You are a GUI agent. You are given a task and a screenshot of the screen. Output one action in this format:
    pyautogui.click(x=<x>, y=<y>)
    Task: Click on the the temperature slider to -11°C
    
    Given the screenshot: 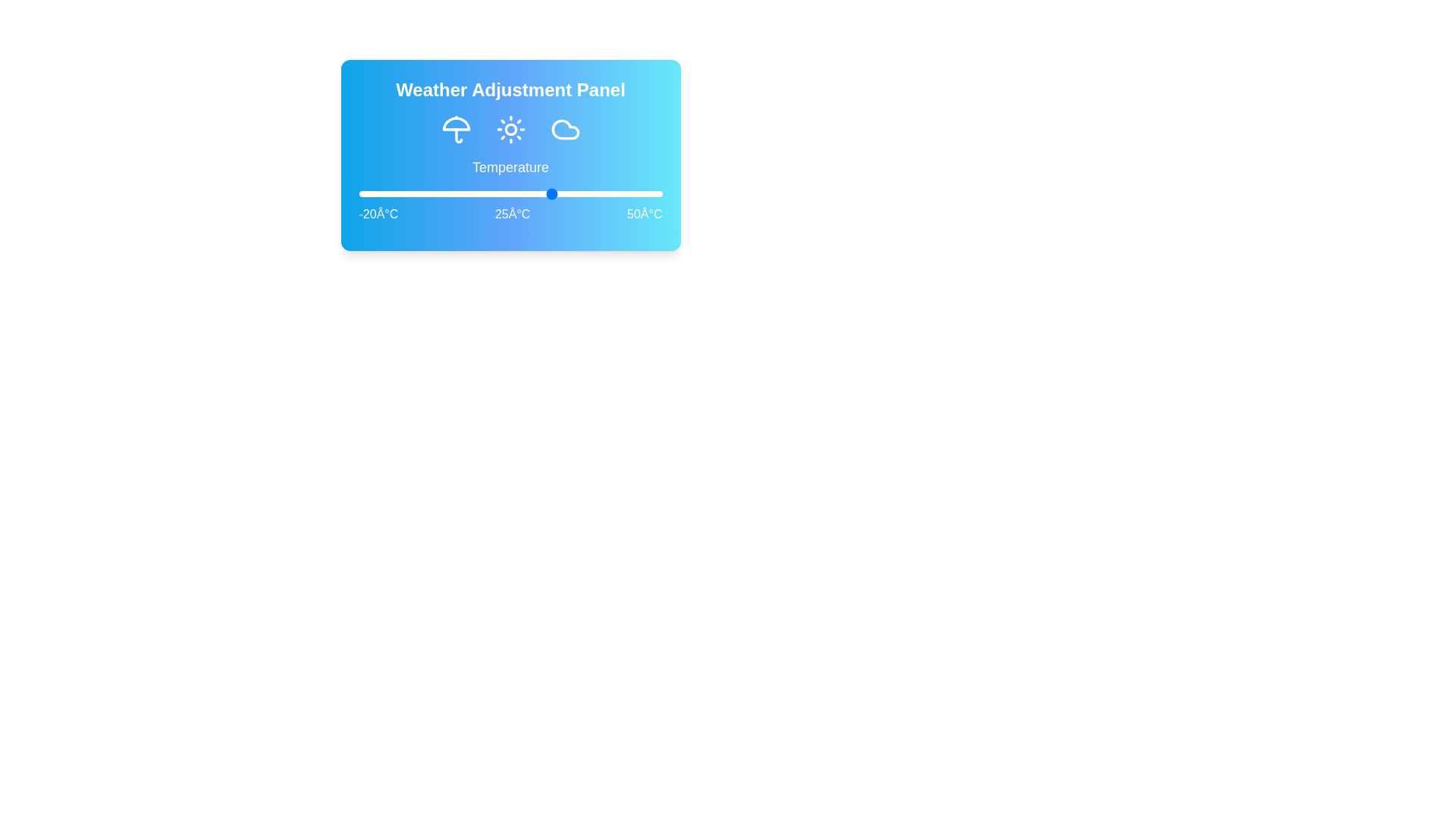 What is the action you would take?
    pyautogui.click(x=397, y=193)
    